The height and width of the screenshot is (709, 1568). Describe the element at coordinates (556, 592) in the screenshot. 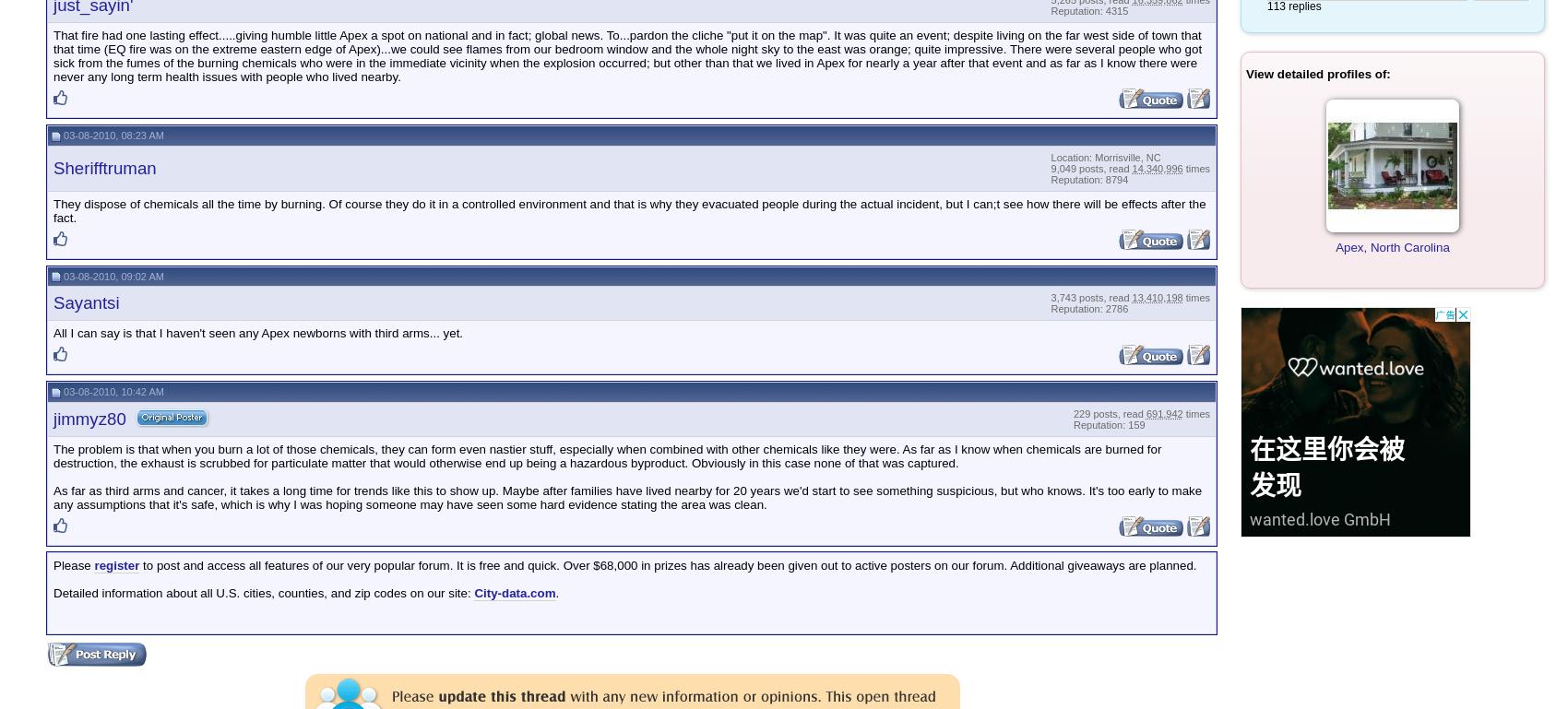

I see `'.'` at that location.